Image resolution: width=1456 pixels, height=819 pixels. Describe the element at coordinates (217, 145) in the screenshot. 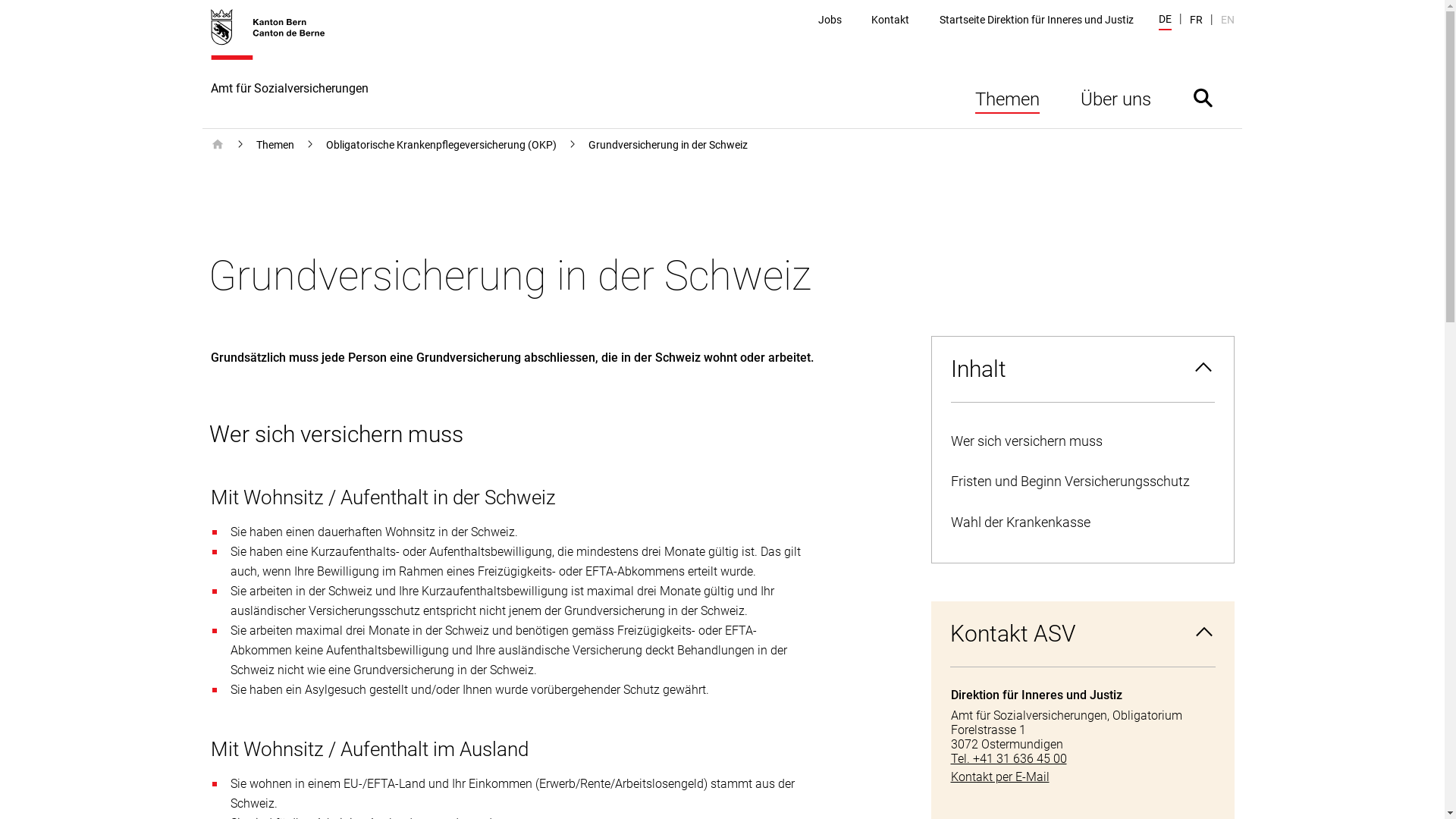

I see `'Startseite'` at that location.